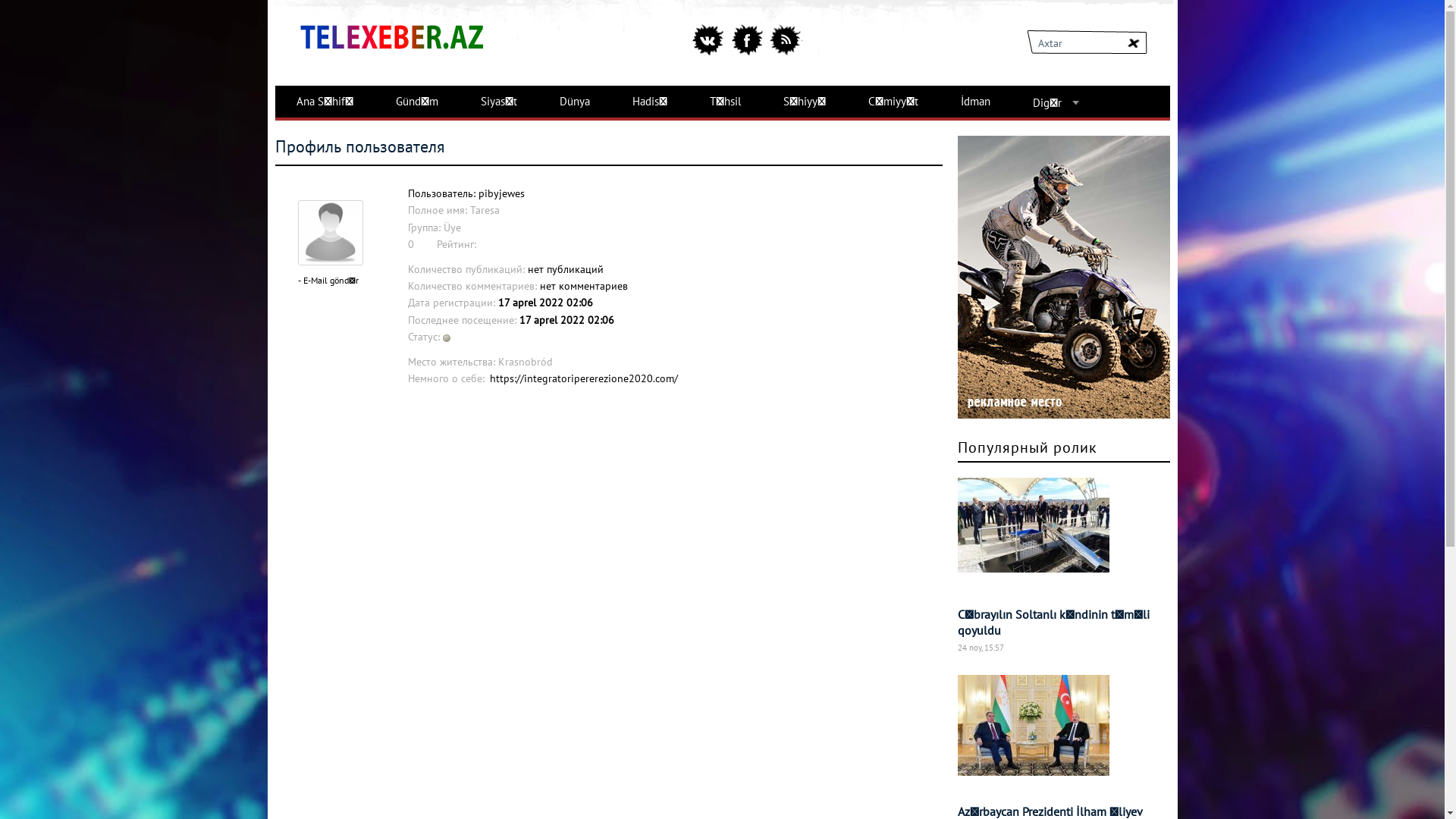 The height and width of the screenshot is (819, 1456). What do you see at coordinates (746, 39) in the screenshot?
I see `'facebook'` at bounding box center [746, 39].